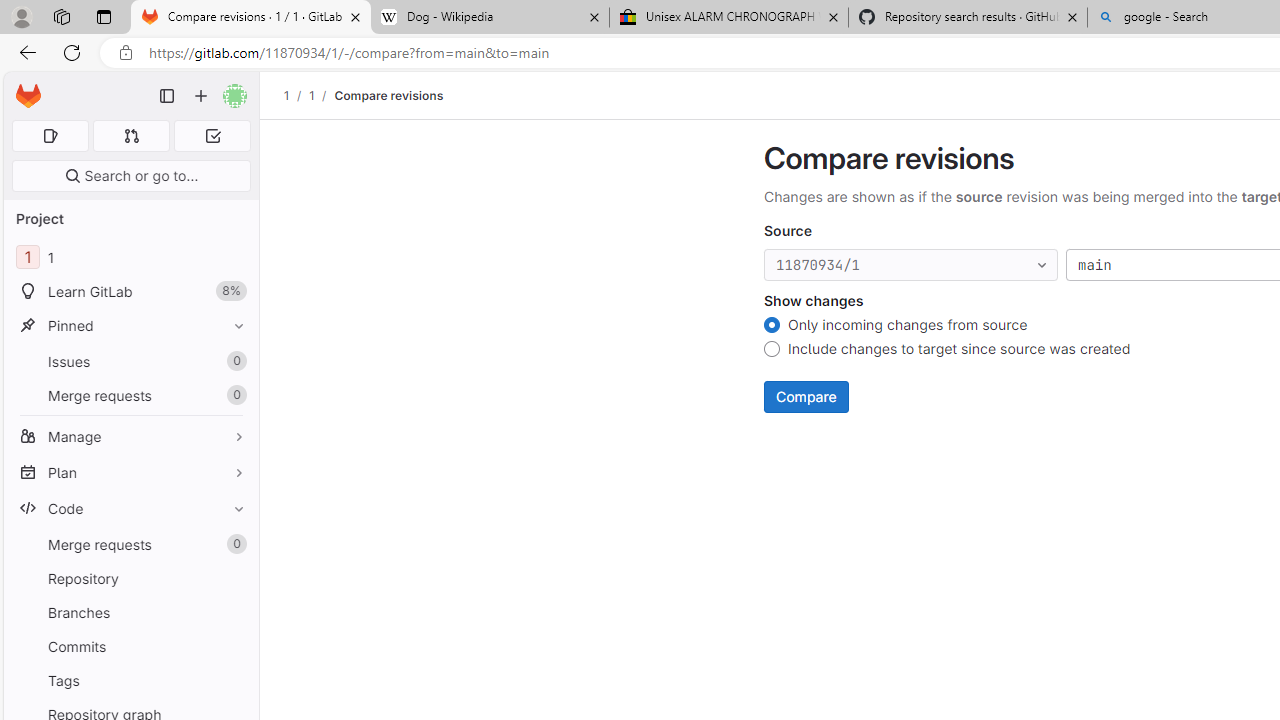  Describe the element at coordinates (130, 544) in the screenshot. I see `'Merge requests0'` at that location.